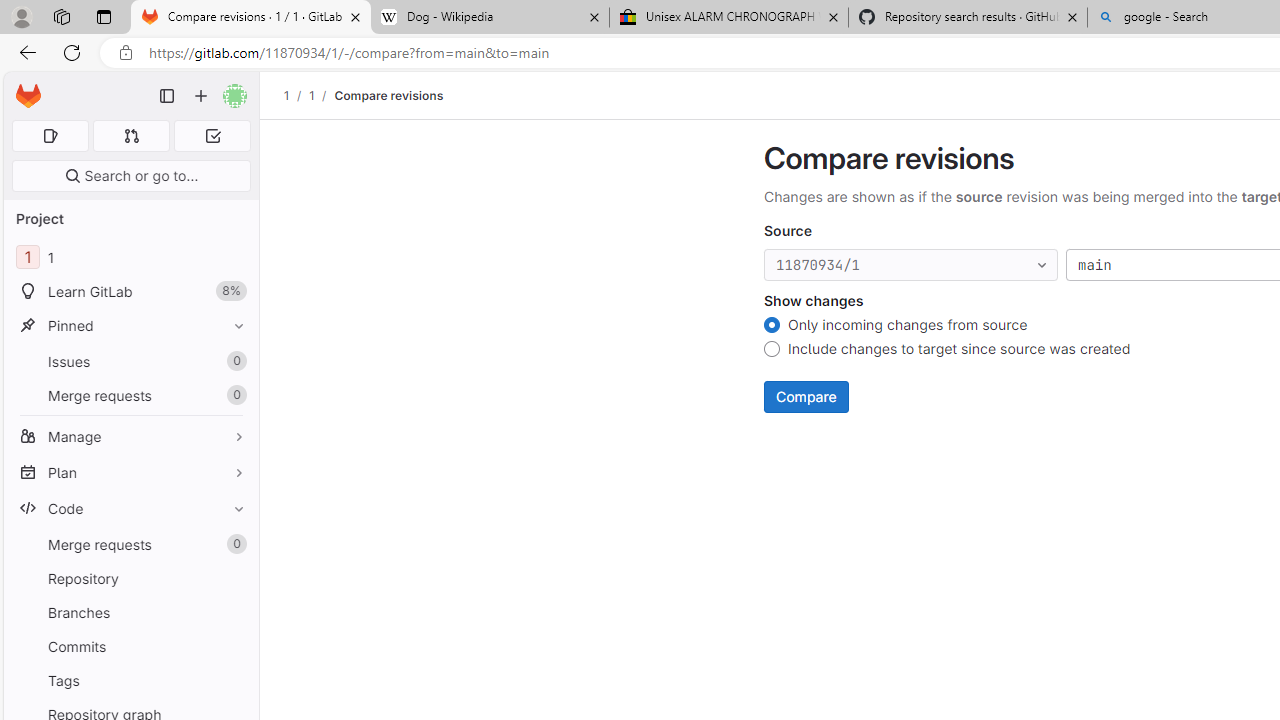  Describe the element at coordinates (130, 544) in the screenshot. I see `'Merge requests0'` at that location.